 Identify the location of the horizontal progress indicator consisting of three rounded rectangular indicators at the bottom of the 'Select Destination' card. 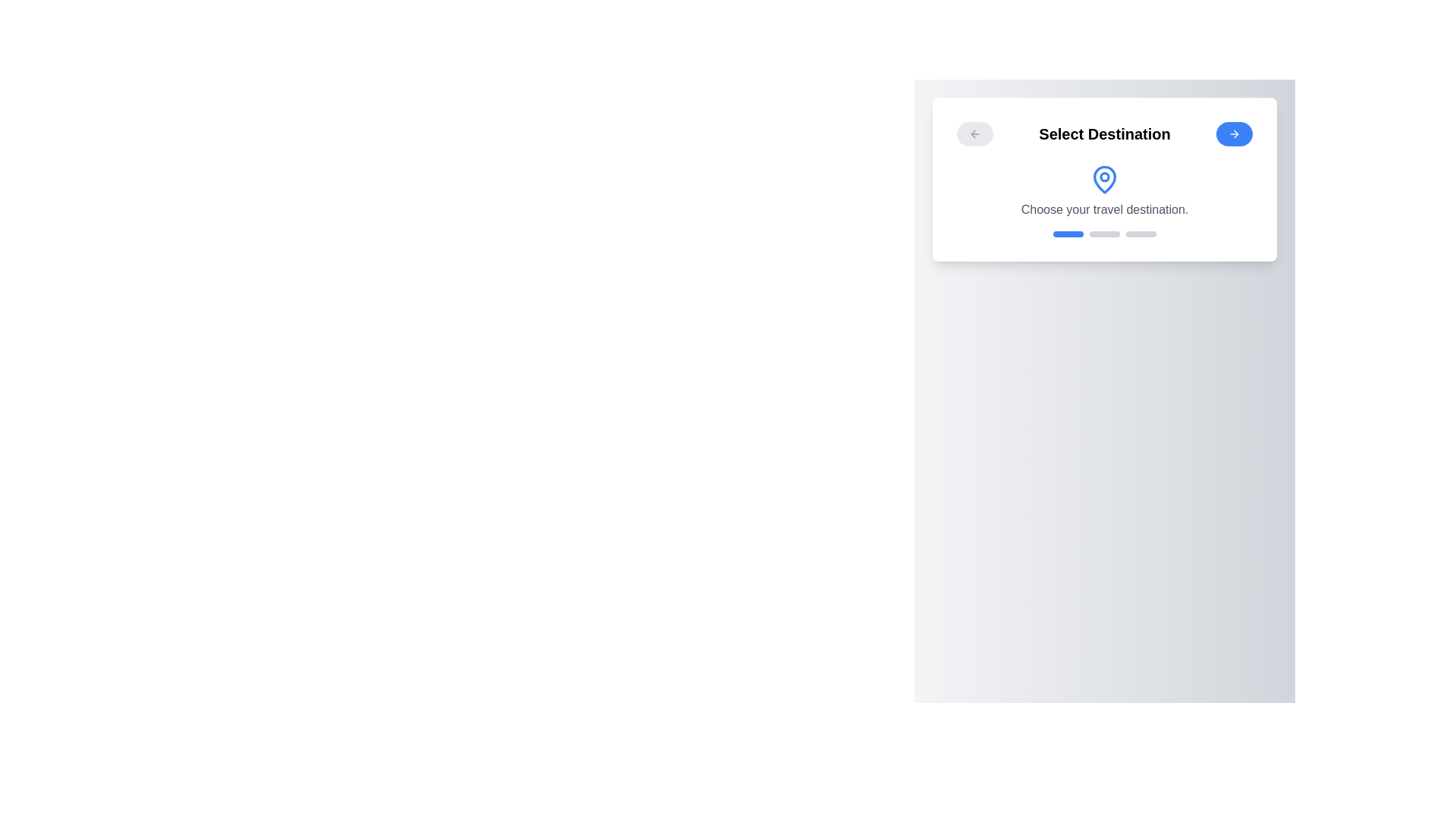
(1105, 234).